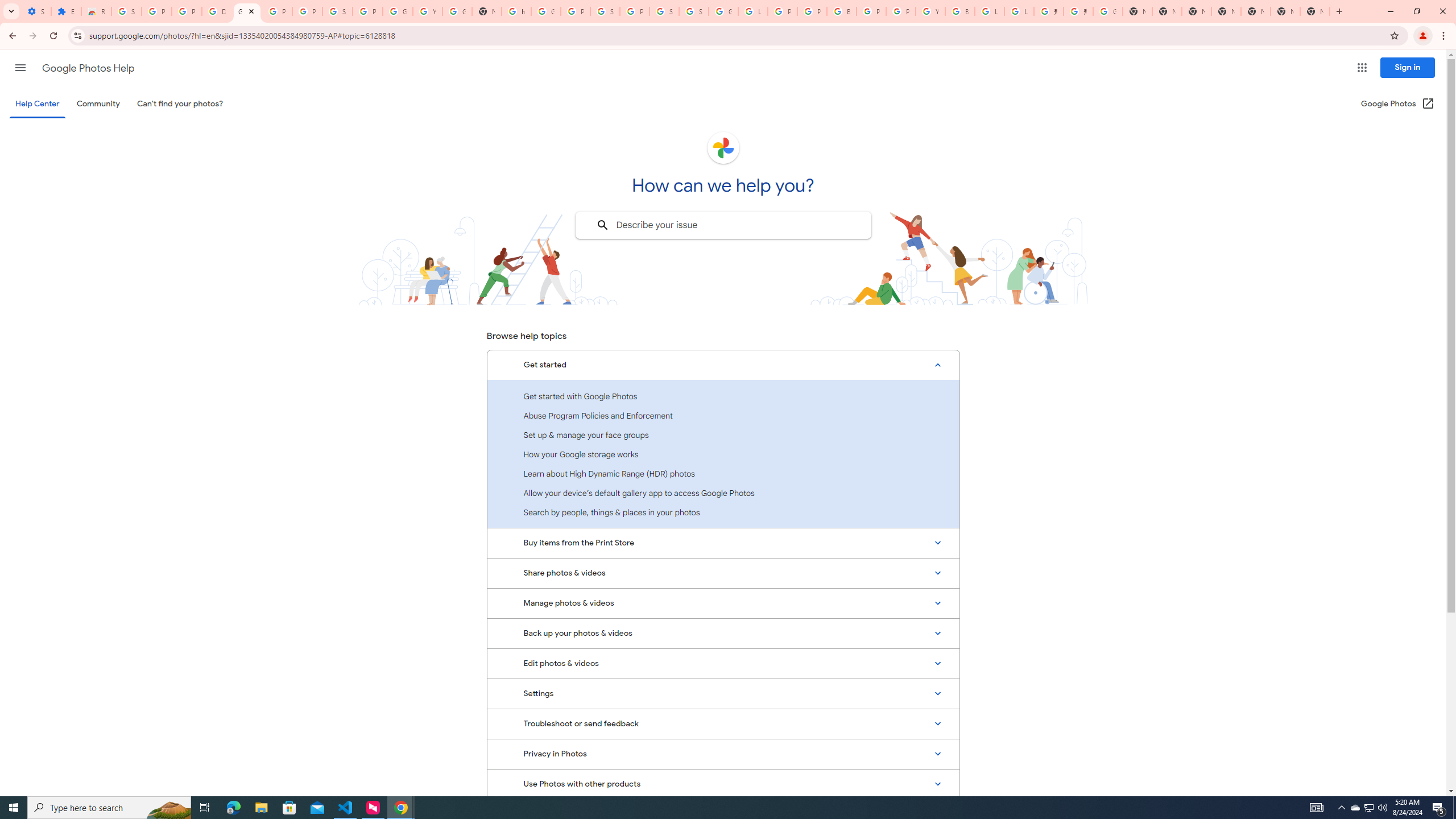 The width and height of the screenshot is (1456, 819). Describe the element at coordinates (515, 11) in the screenshot. I see `'https://scholar.google.com/'` at that location.